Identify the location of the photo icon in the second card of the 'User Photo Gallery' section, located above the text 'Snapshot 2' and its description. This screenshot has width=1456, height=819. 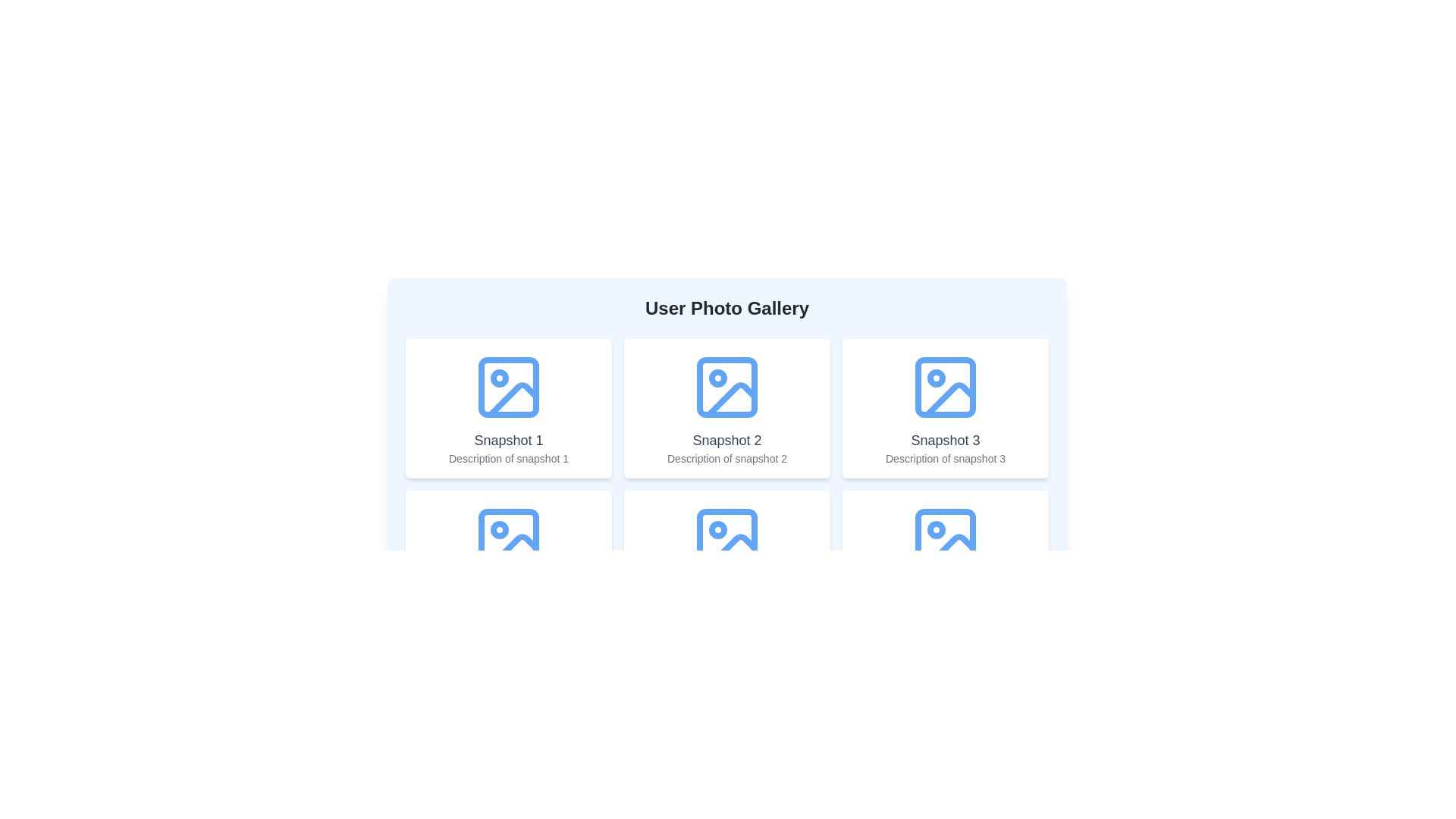
(726, 386).